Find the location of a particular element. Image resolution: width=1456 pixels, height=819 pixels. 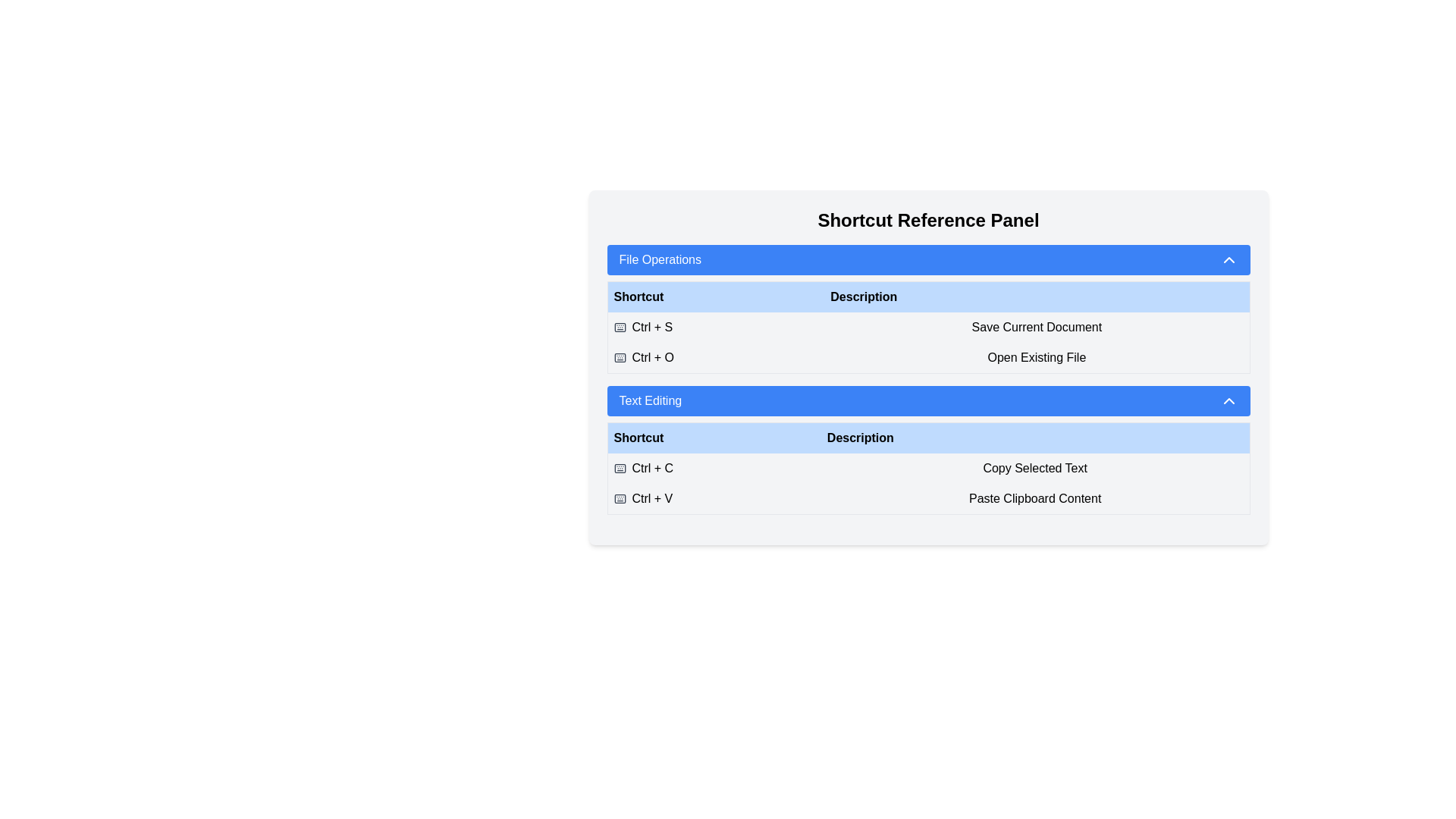

the first row in the 'File Operations' section of the 'Shortcut Reference Panel', which displays the keyboard shortcut 'Ctrl + S' for saving the current document is located at coordinates (927, 327).